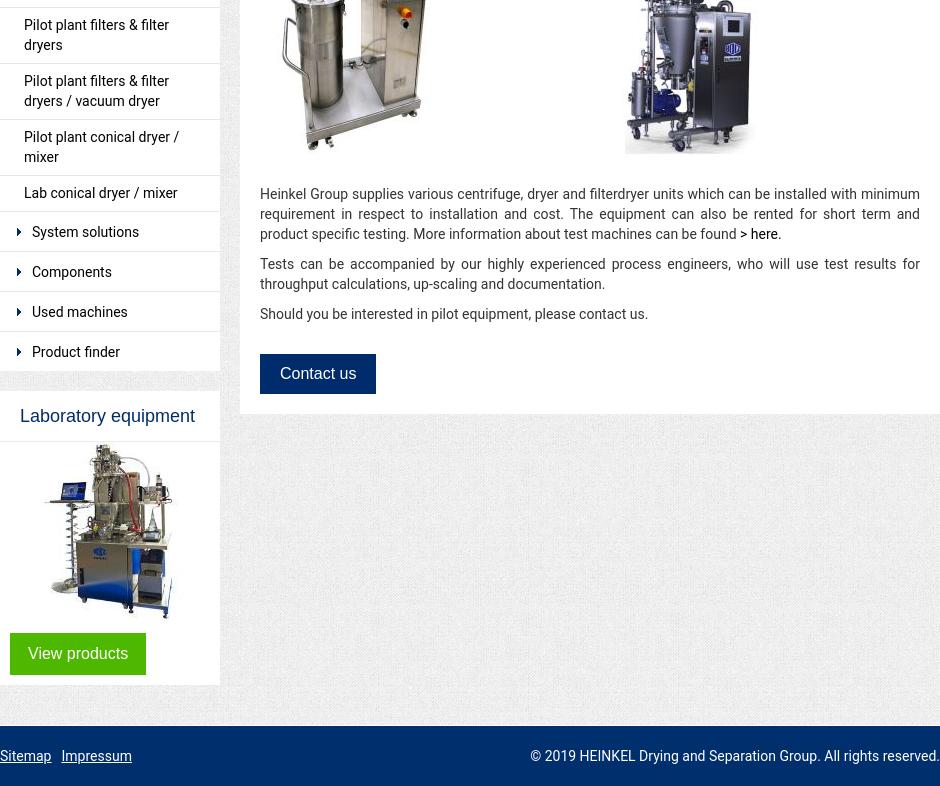 This screenshot has width=940, height=786. I want to click on 'Used machines', so click(31, 311).